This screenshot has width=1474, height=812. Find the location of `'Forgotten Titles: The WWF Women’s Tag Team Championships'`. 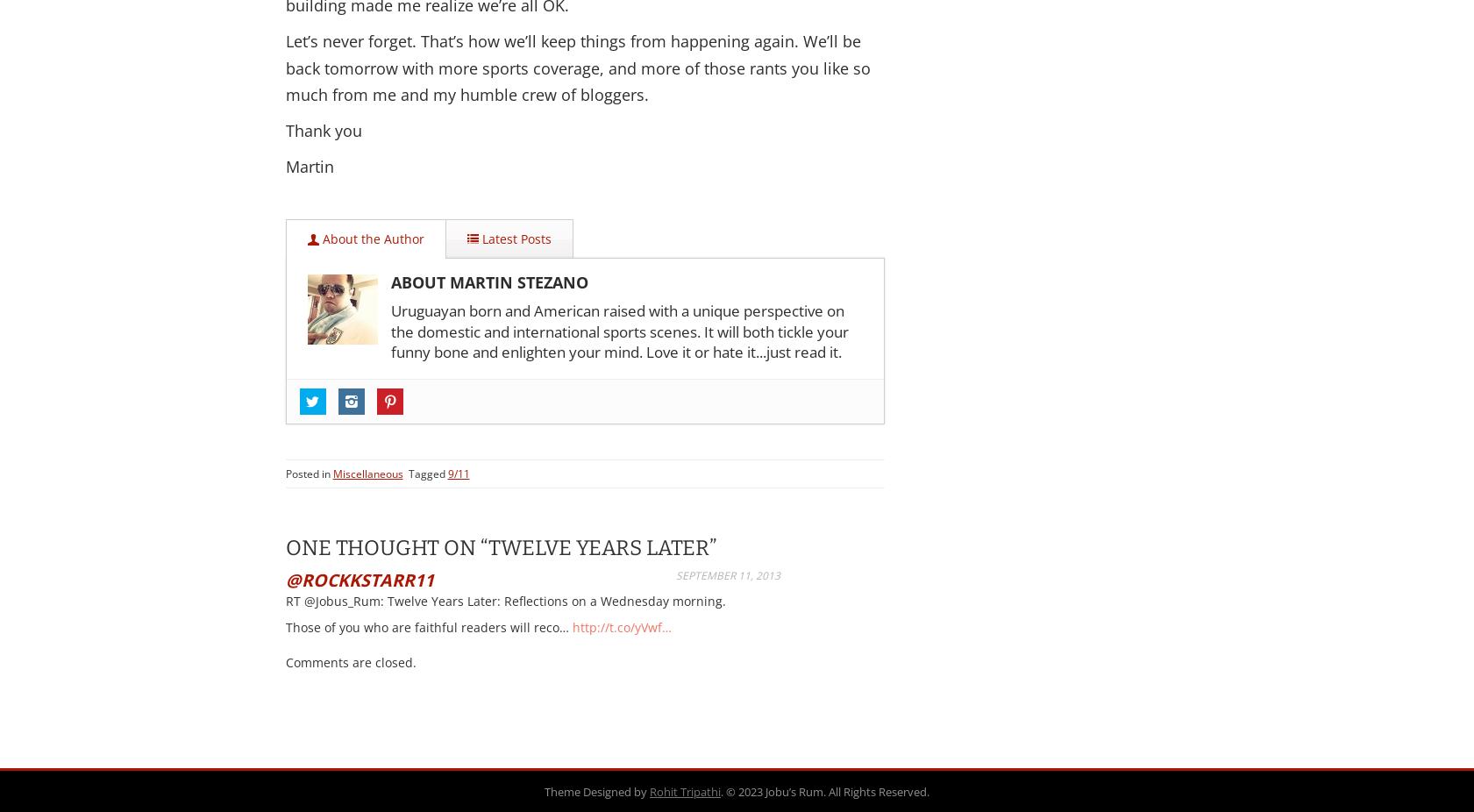

'Forgotten Titles: The WWF Women’s Tag Team Championships' is located at coordinates (560, 533).